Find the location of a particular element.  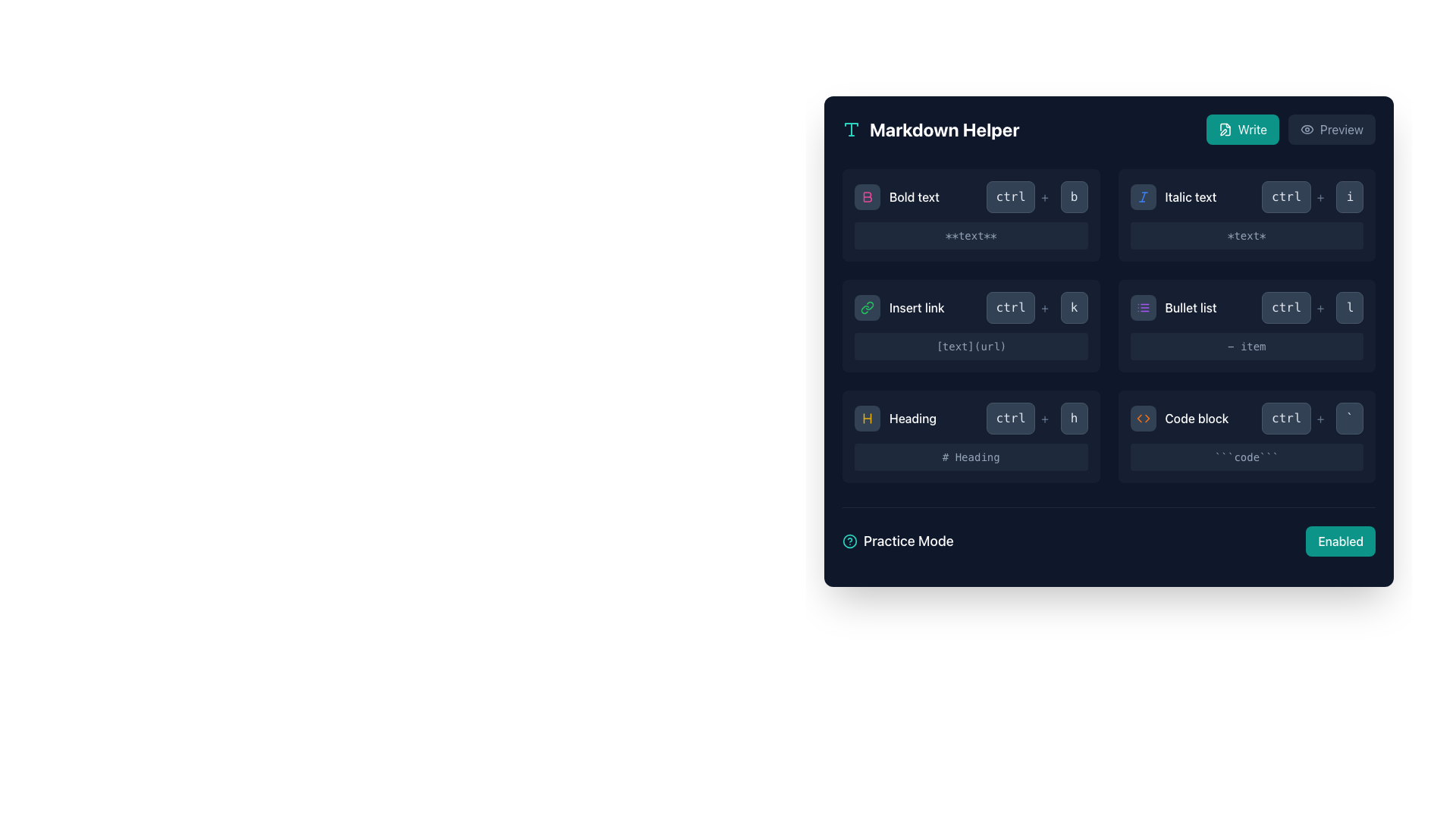

the Keyboard Shortcut Display which shows the keyboard shortcut 'ctrl+h' styled with rounded rectangular borders and a dark background is located at coordinates (1036, 418).